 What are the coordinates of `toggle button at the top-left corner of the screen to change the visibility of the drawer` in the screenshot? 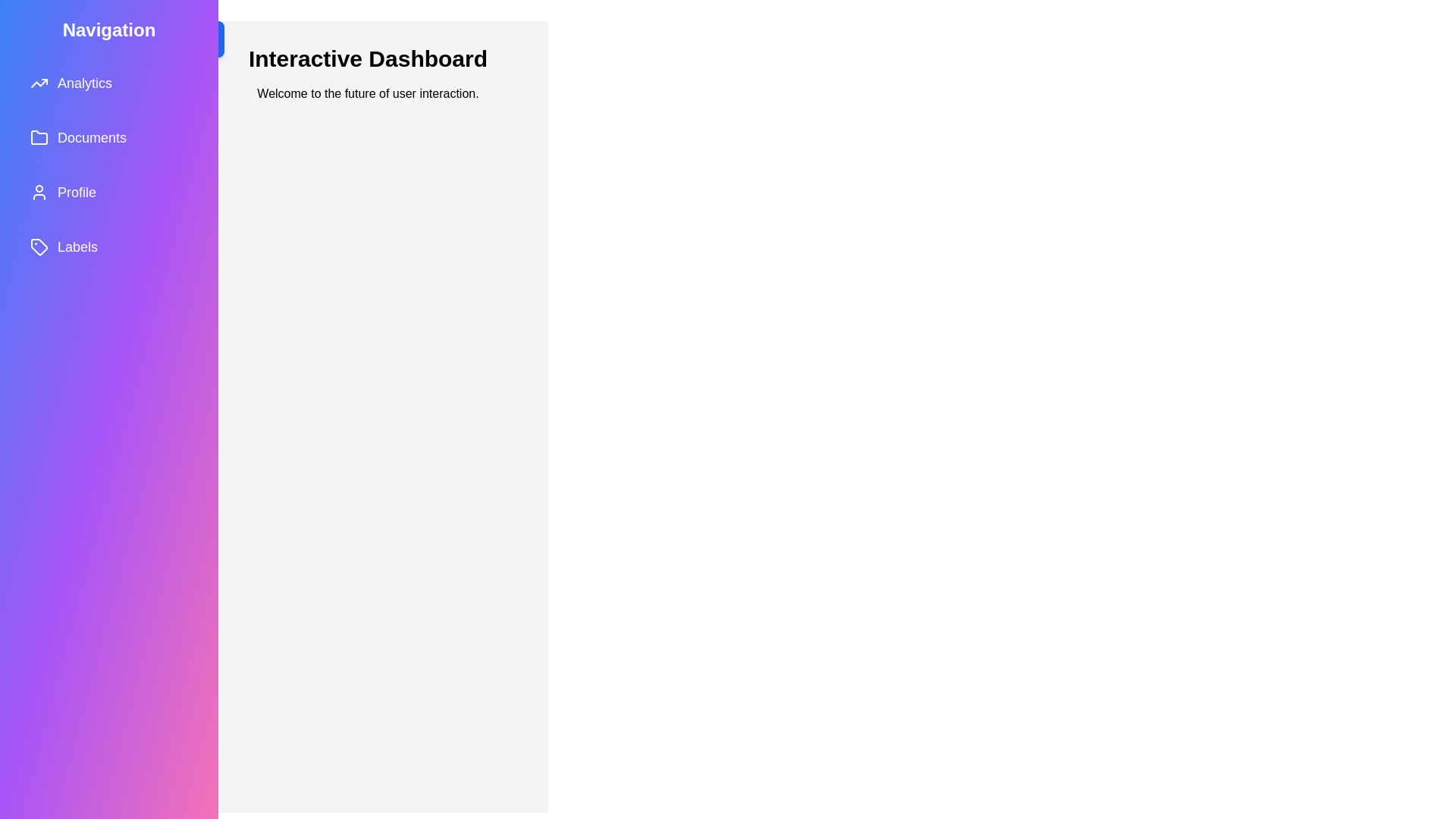 It's located at (206, 38).